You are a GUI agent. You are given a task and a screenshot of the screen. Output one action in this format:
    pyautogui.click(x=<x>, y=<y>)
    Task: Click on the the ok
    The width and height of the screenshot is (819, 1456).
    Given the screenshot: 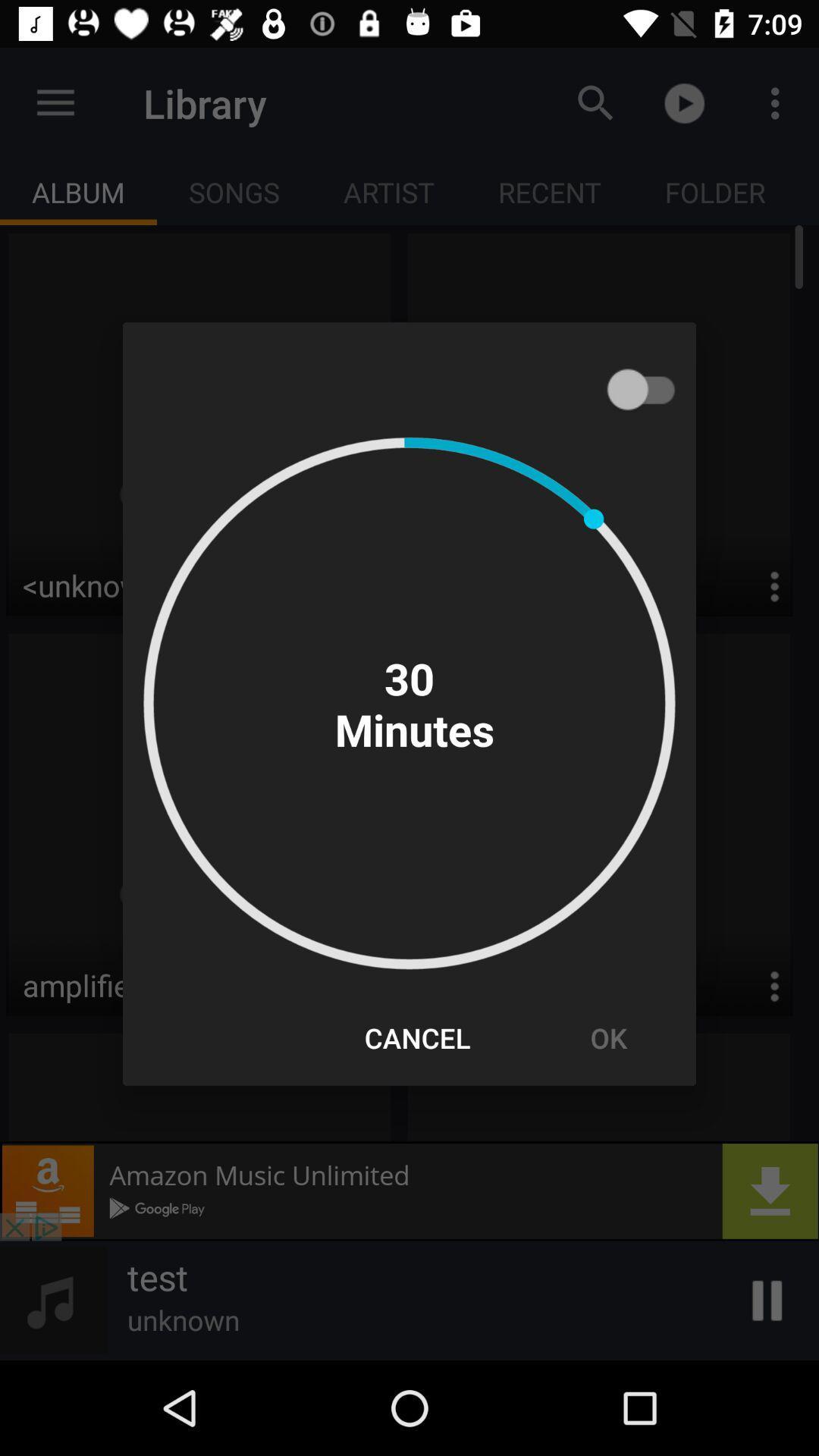 What is the action you would take?
    pyautogui.click(x=607, y=1037)
    